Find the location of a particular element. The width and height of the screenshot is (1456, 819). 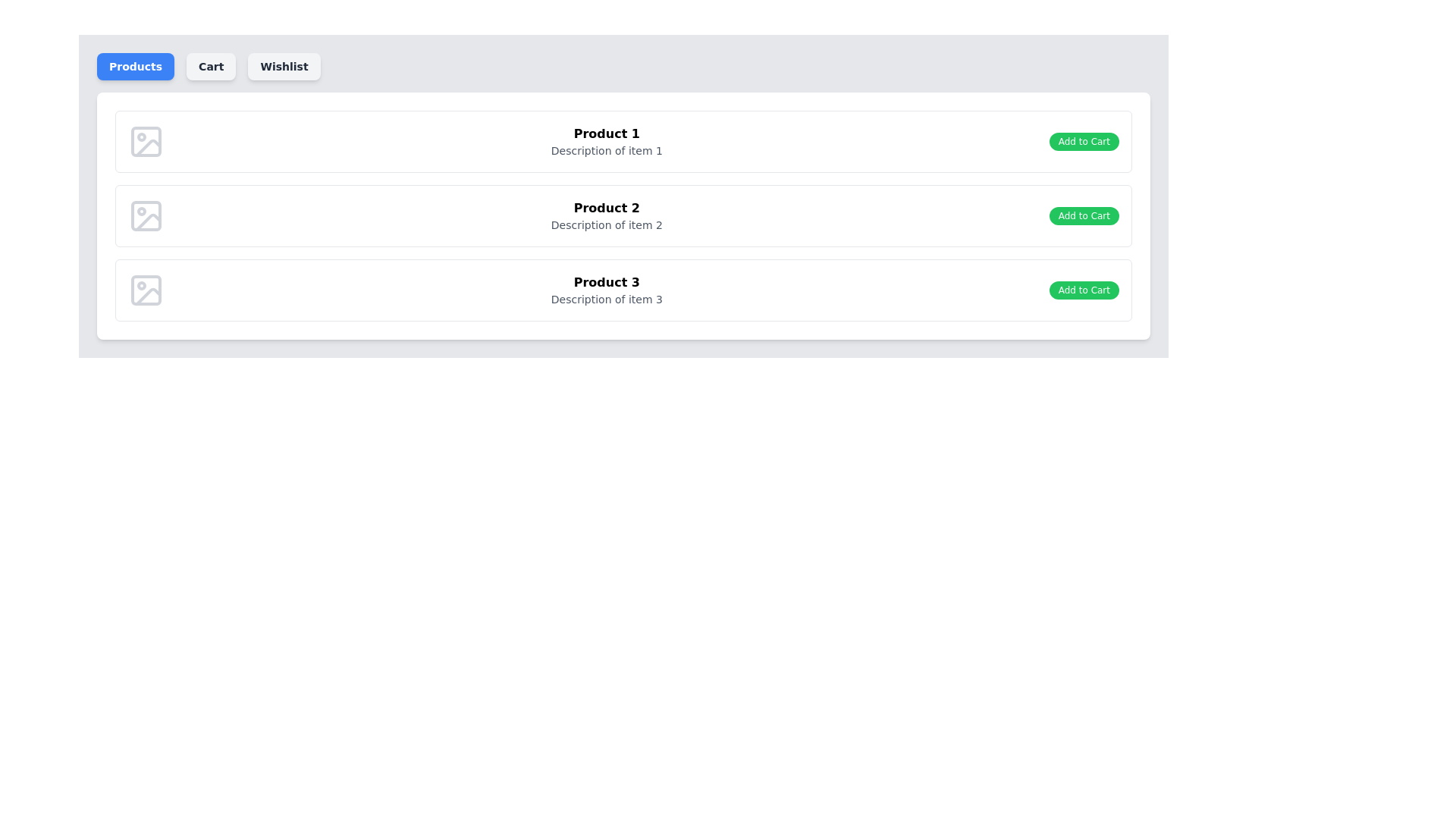

product information from the first product summary card, which is located at the top of a vertically-aligned list is located at coordinates (623, 141).